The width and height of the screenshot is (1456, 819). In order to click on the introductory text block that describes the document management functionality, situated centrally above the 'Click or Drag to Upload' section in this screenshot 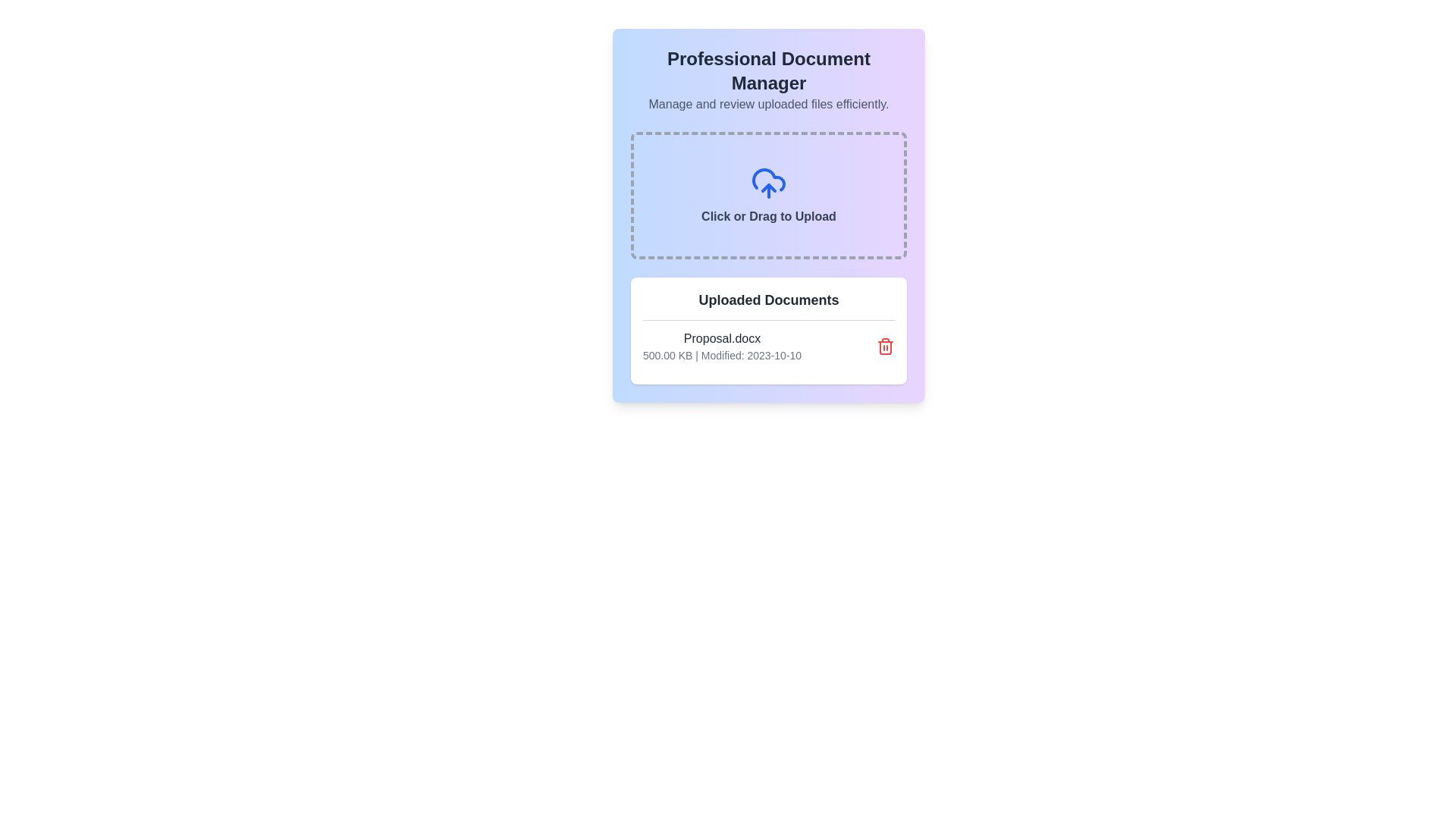, I will do `click(768, 80)`.